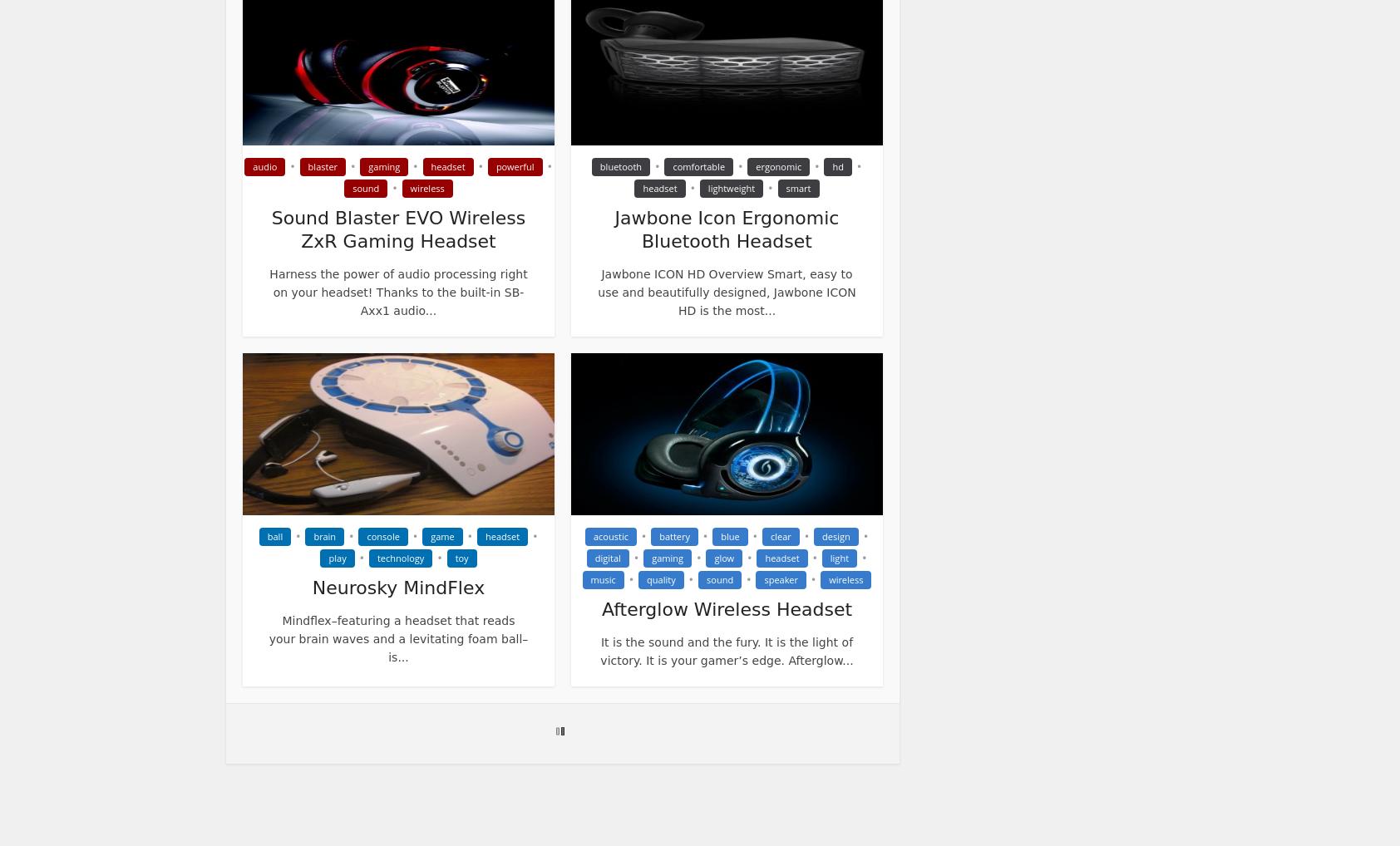 Image resolution: width=1400 pixels, height=846 pixels. Describe the element at coordinates (725, 608) in the screenshot. I see `'Afterglow Wireless Headset'` at that location.